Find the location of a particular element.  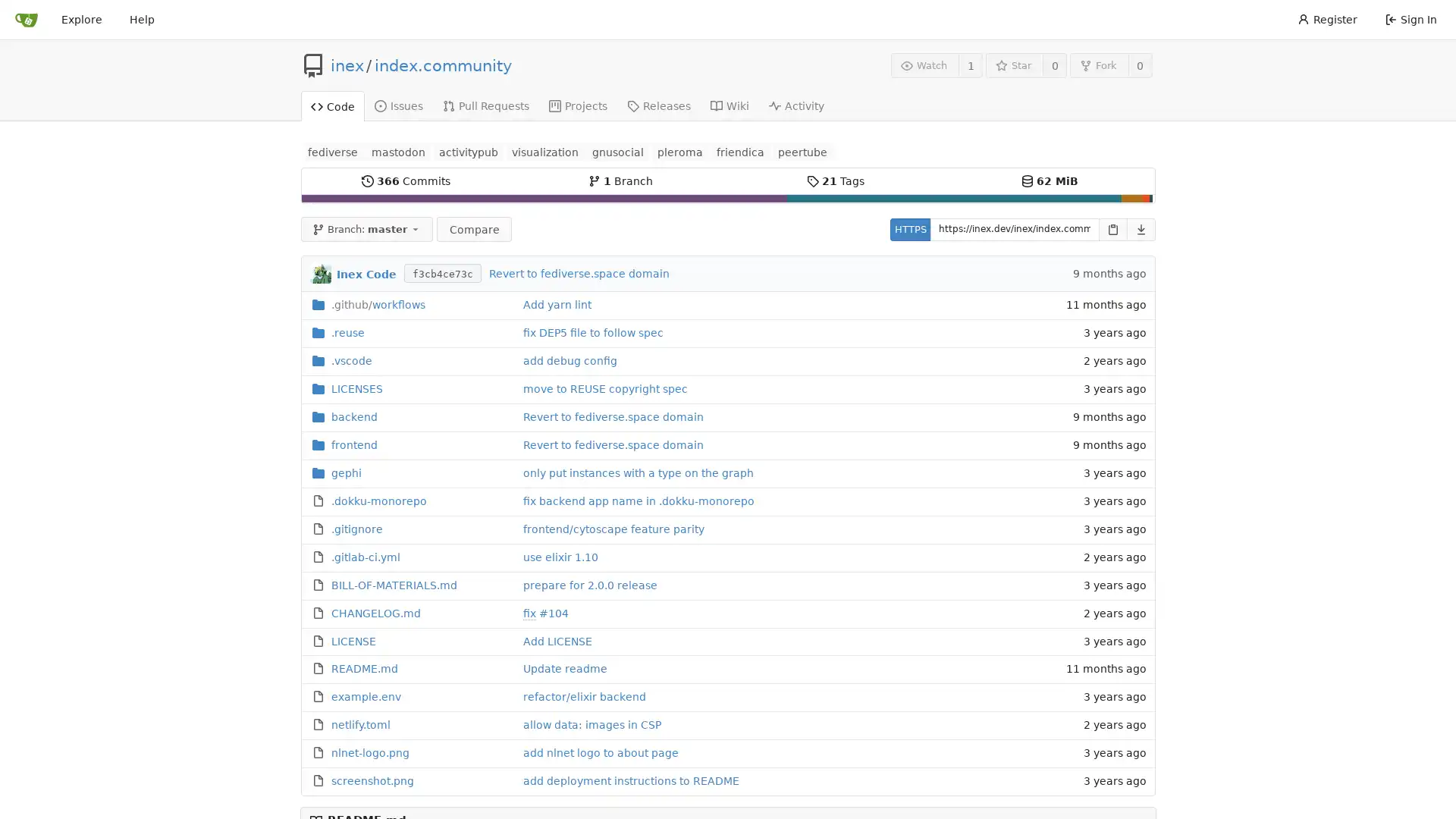

Watch is located at coordinates (924, 64).